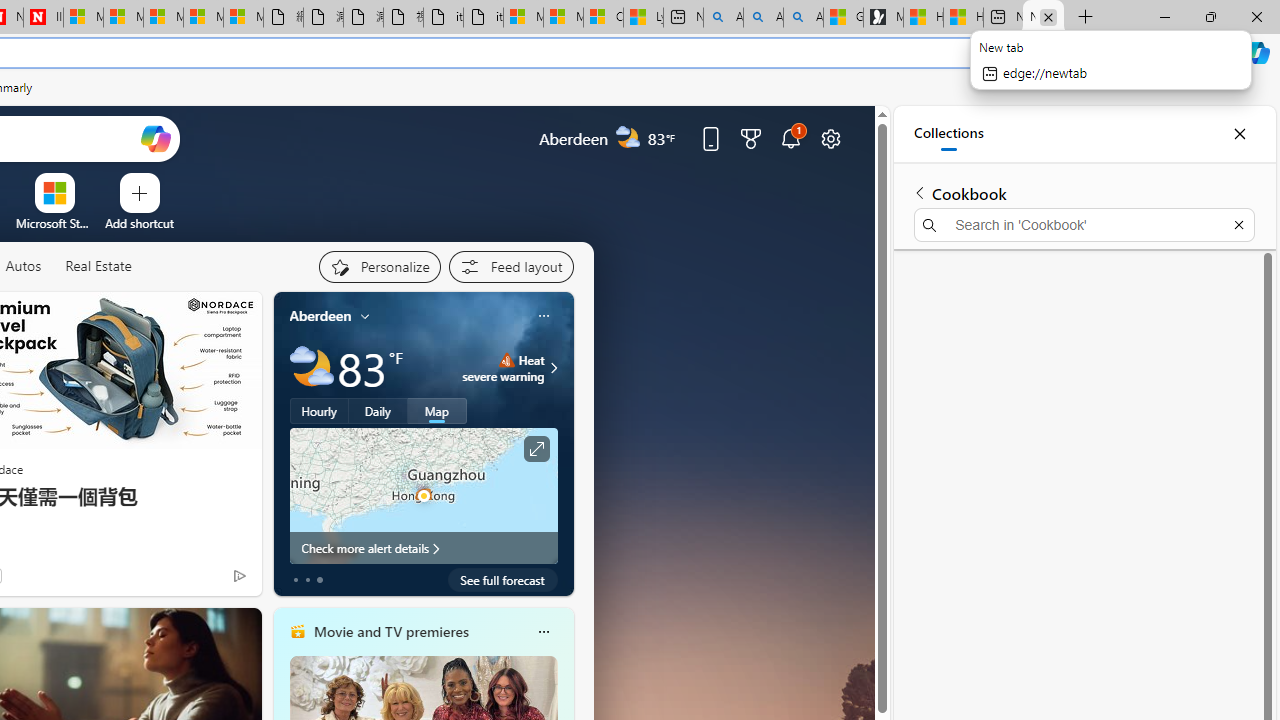 The image size is (1280, 720). I want to click on 'Heat - Severe', so click(506, 360).